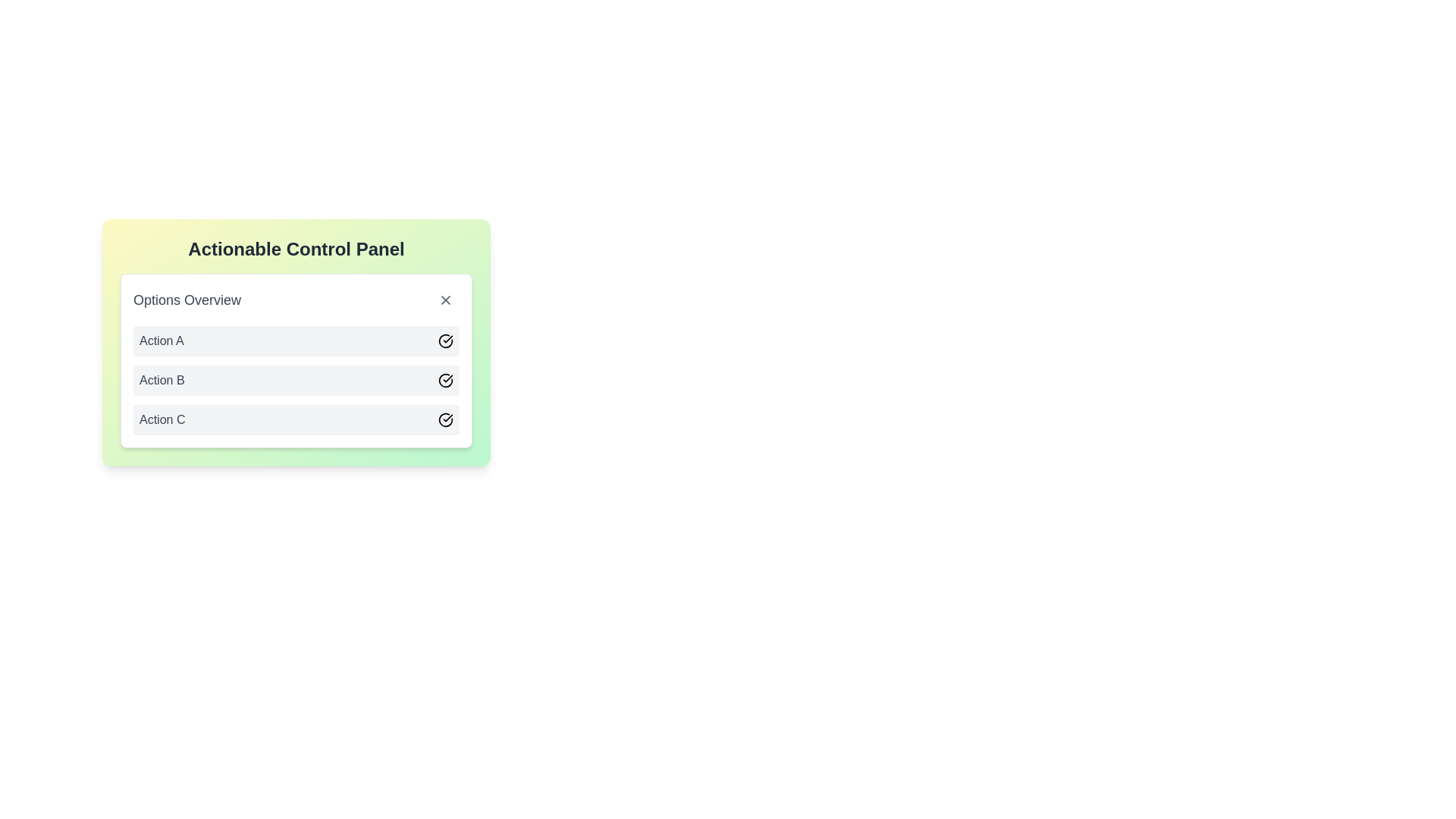 This screenshot has width=1456, height=819. I want to click on the list item labeled 'Action B' in the 'Options Overview' section, so click(296, 379).